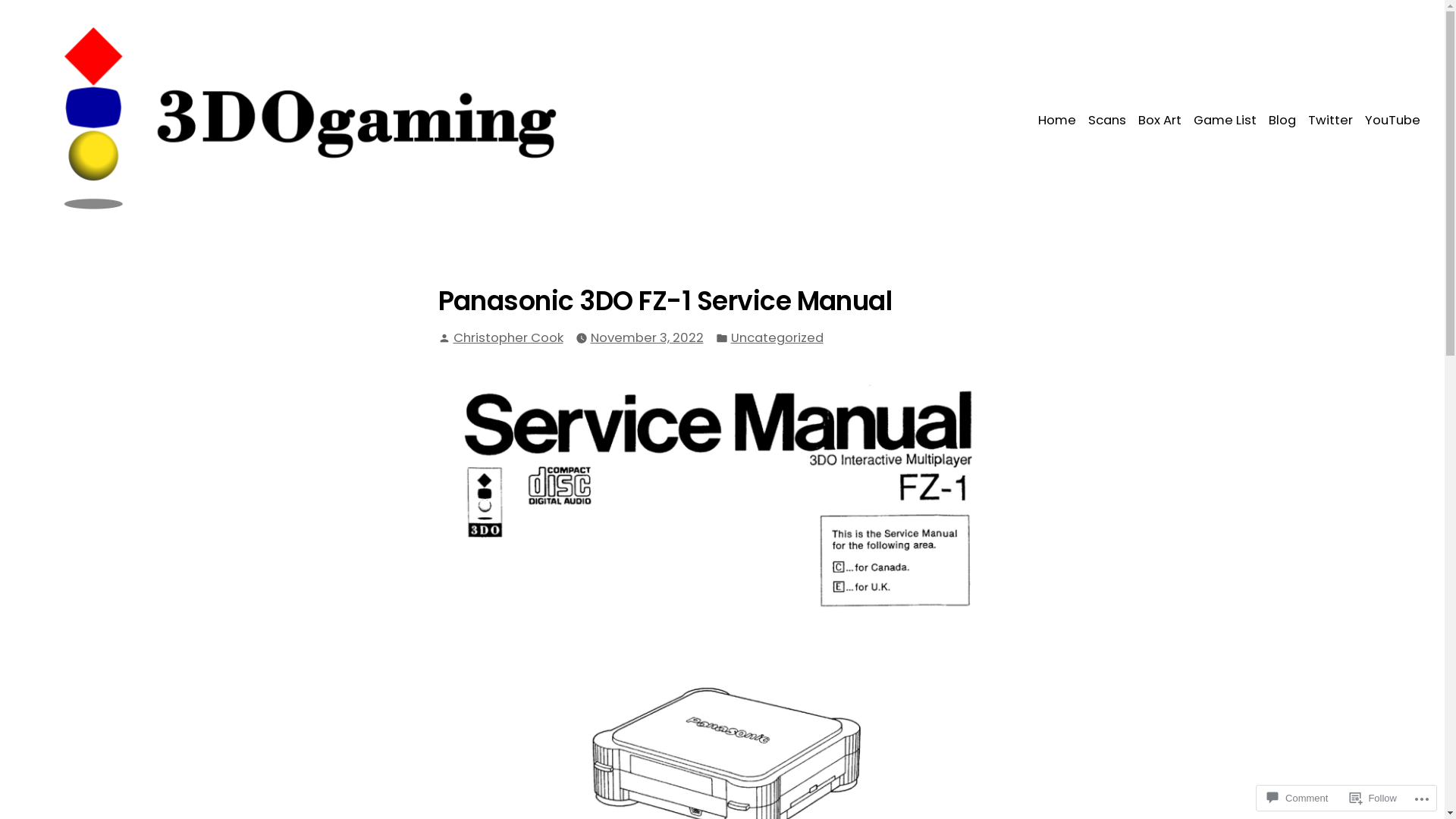 Image resolution: width=1456 pixels, height=819 pixels. I want to click on 'Blog', so click(1263, 120).